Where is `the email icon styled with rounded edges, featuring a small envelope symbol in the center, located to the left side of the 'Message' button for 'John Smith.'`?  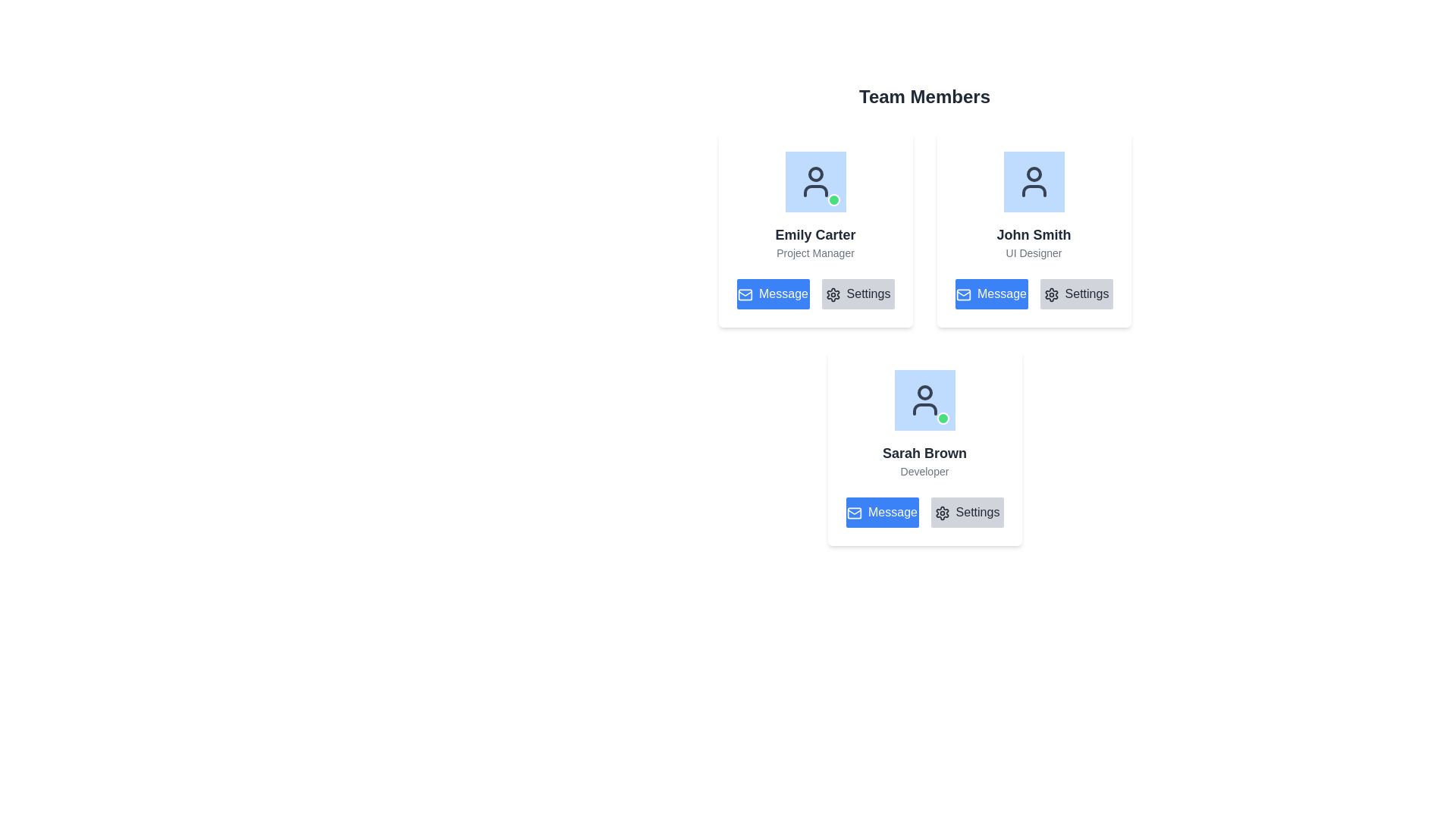 the email icon styled with rounded edges, featuring a small envelope symbol in the center, located to the left side of the 'Message' button for 'John Smith.' is located at coordinates (963, 294).